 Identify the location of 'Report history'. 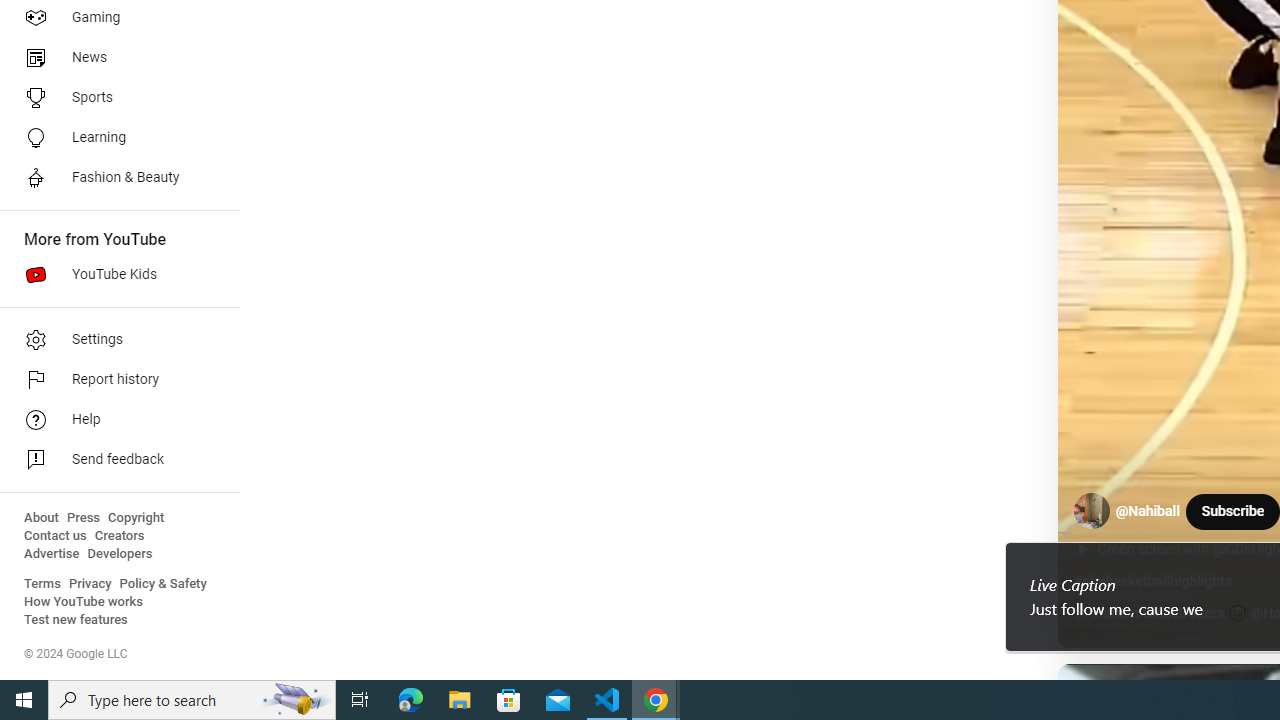
(112, 380).